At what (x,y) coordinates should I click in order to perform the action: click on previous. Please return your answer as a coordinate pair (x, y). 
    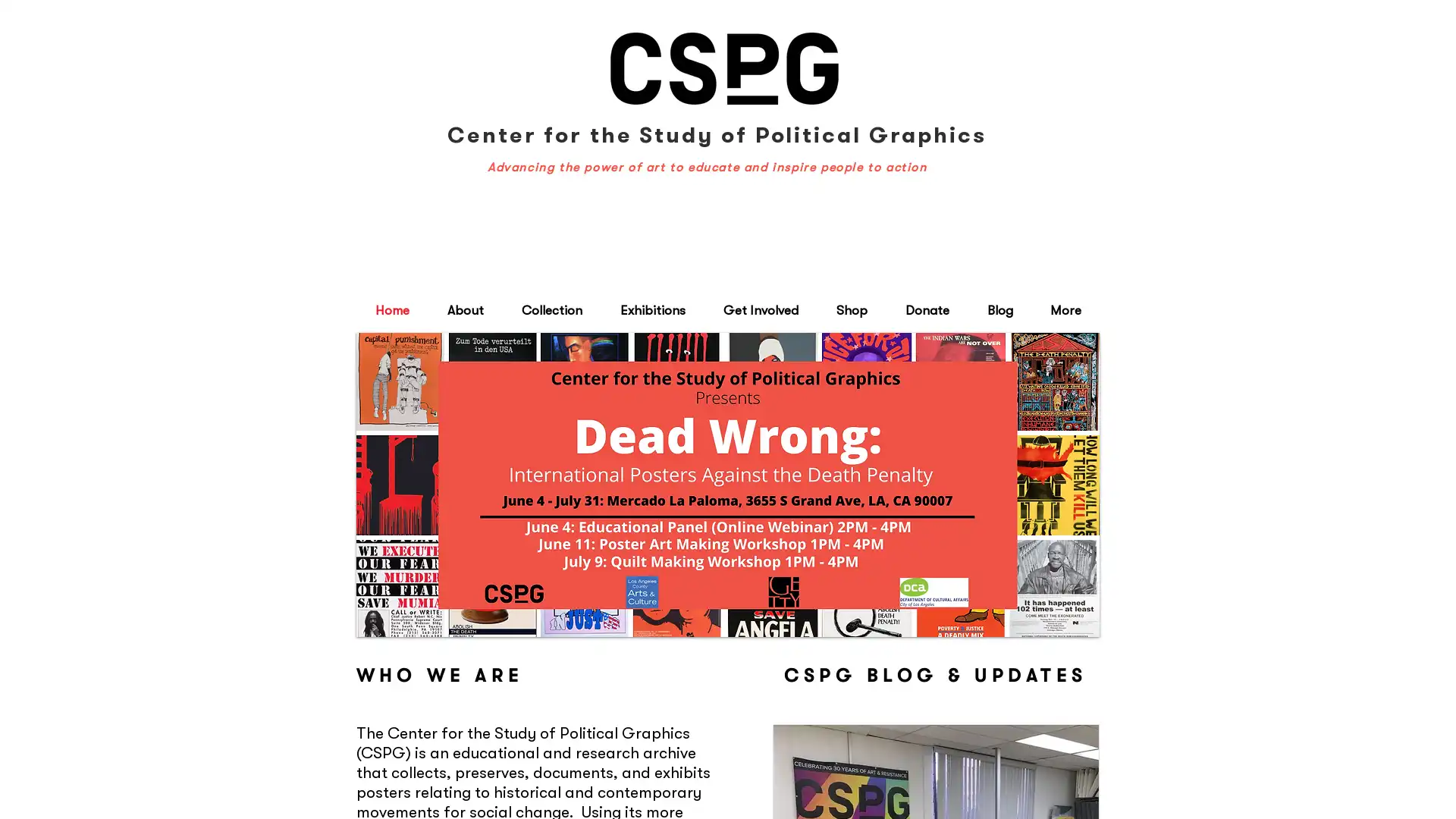
    Looking at the image, I should click on (388, 485).